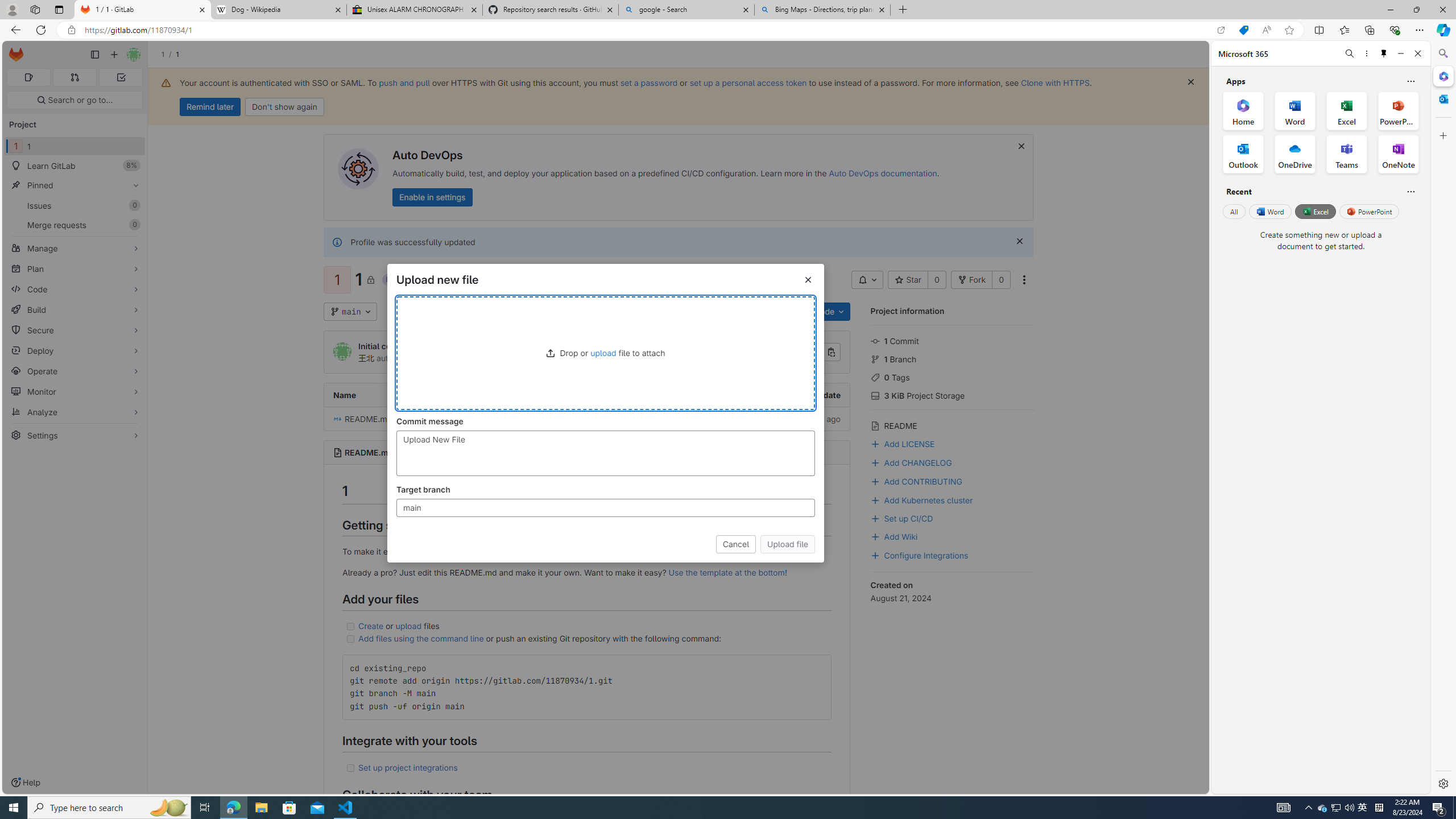 This screenshot has width=1456, height=819. I want to click on 'Excel', so click(1314, 211).